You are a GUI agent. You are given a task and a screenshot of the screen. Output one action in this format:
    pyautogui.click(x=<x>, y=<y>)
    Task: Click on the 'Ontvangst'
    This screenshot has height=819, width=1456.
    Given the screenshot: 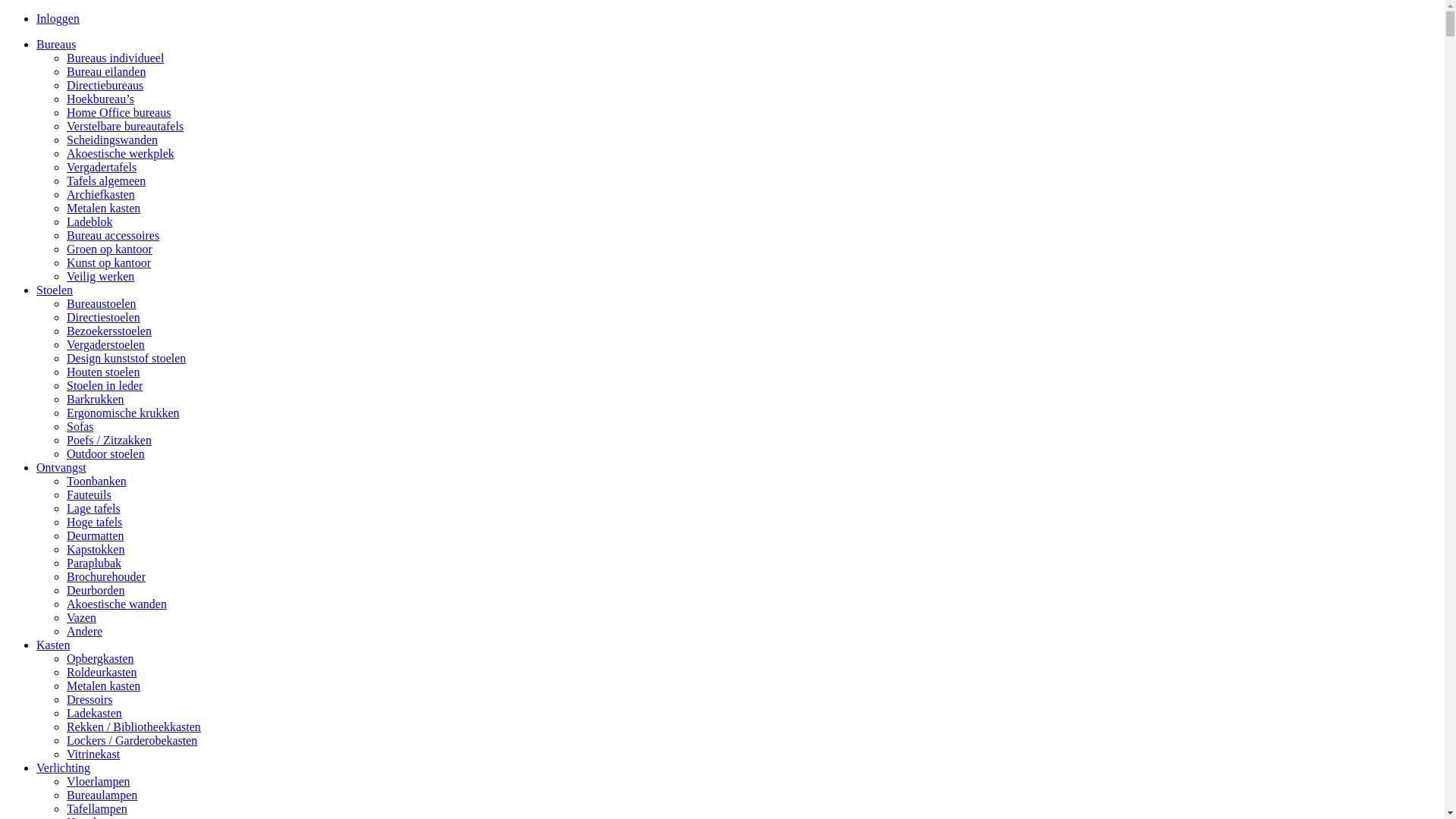 What is the action you would take?
    pyautogui.click(x=36, y=466)
    